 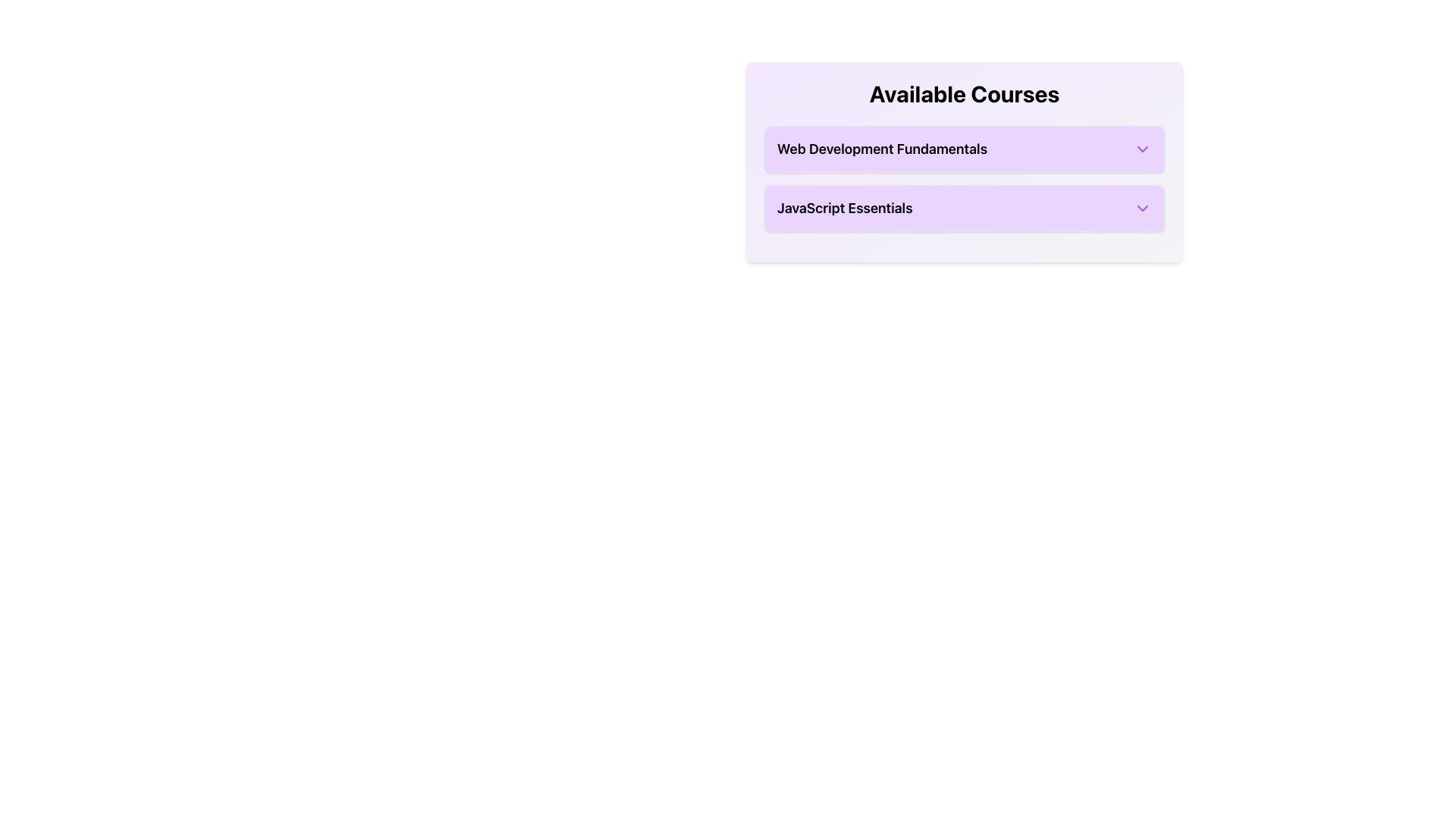 What do you see at coordinates (964, 149) in the screenshot?
I see `the 'Web Development Fundamentals' text` at bounding box center [964, 149].